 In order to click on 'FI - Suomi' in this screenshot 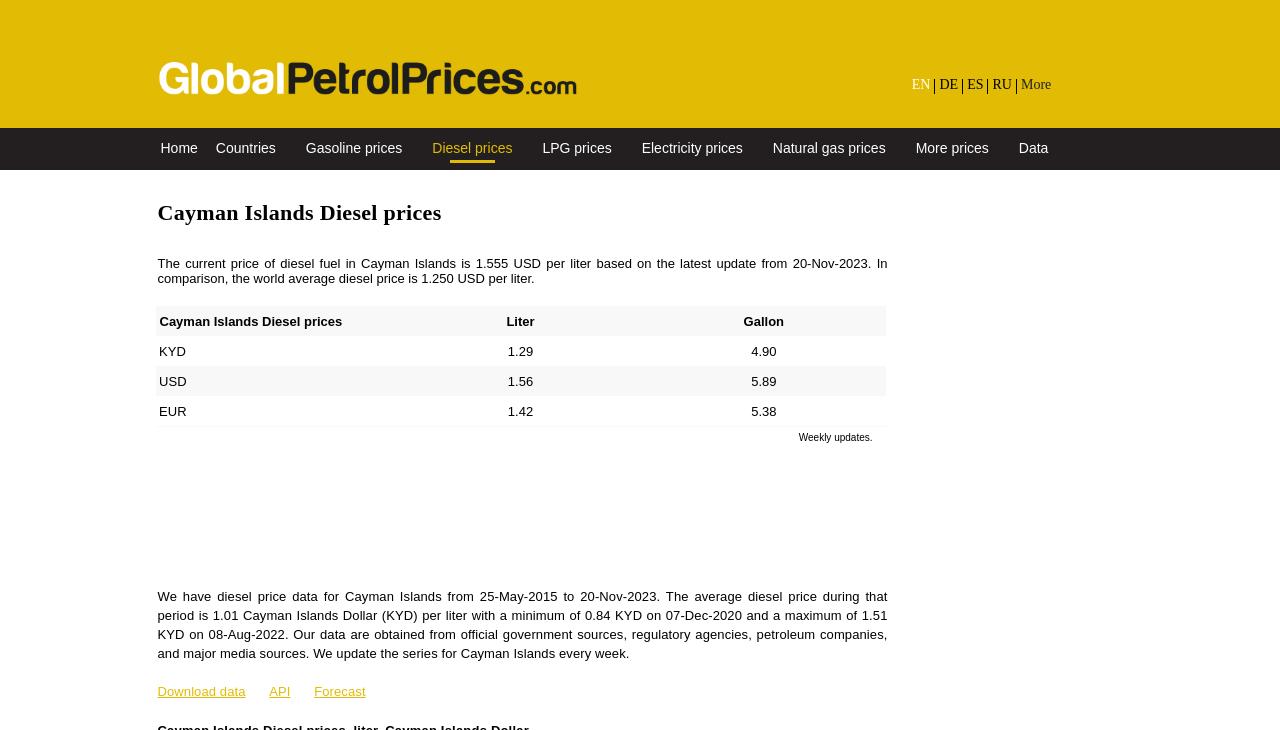, I will do `click(1049, 248)`.